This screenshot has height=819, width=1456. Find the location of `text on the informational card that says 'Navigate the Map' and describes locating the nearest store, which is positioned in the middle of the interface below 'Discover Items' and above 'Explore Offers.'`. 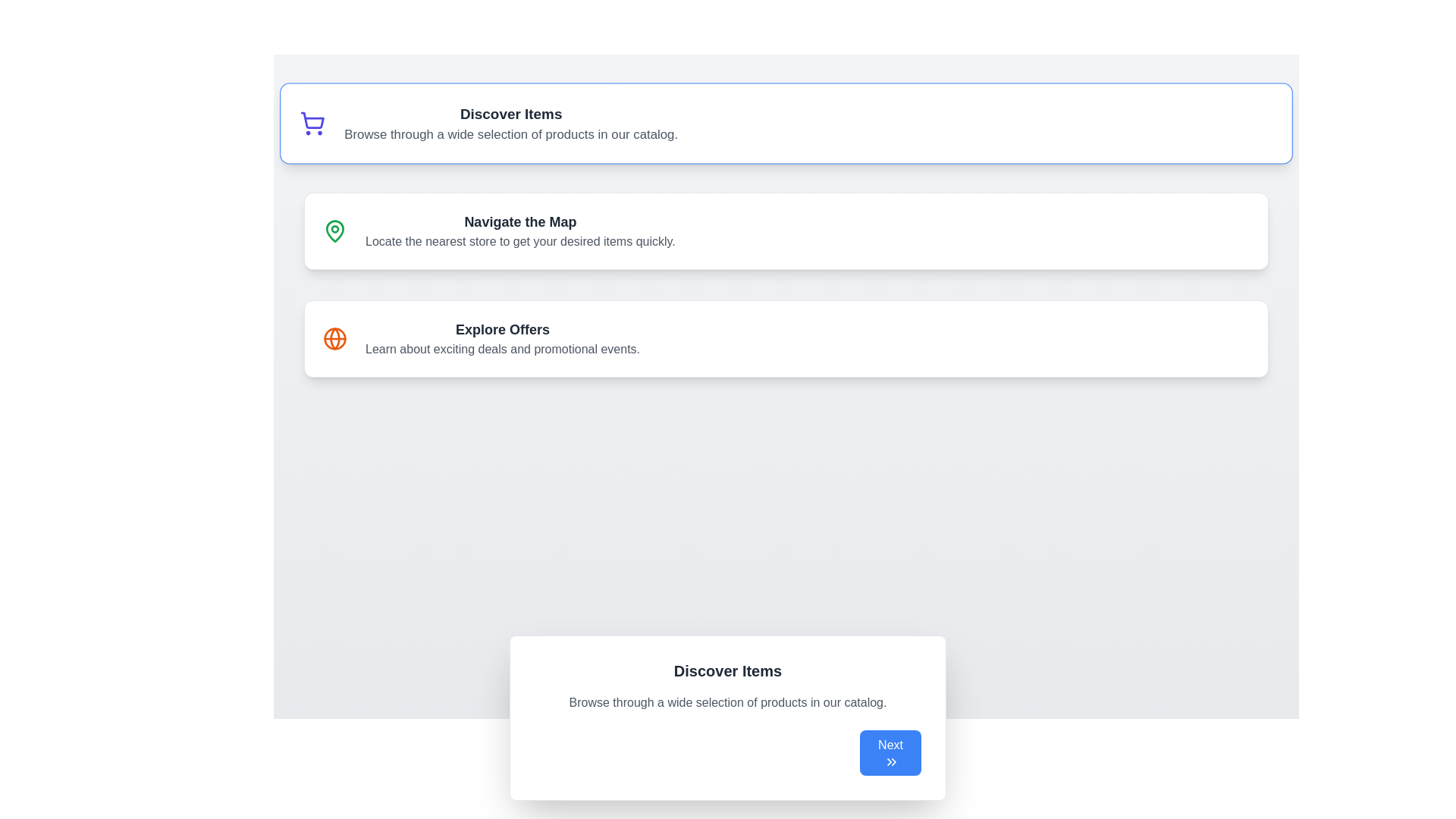

text on the informational card that says 'Navigate the Map' and describes locating the nearest store, which is positioned in the middle of the interface below 'Discover Items' and above 'Explore Offers.' is located at coordinates (520, 231).